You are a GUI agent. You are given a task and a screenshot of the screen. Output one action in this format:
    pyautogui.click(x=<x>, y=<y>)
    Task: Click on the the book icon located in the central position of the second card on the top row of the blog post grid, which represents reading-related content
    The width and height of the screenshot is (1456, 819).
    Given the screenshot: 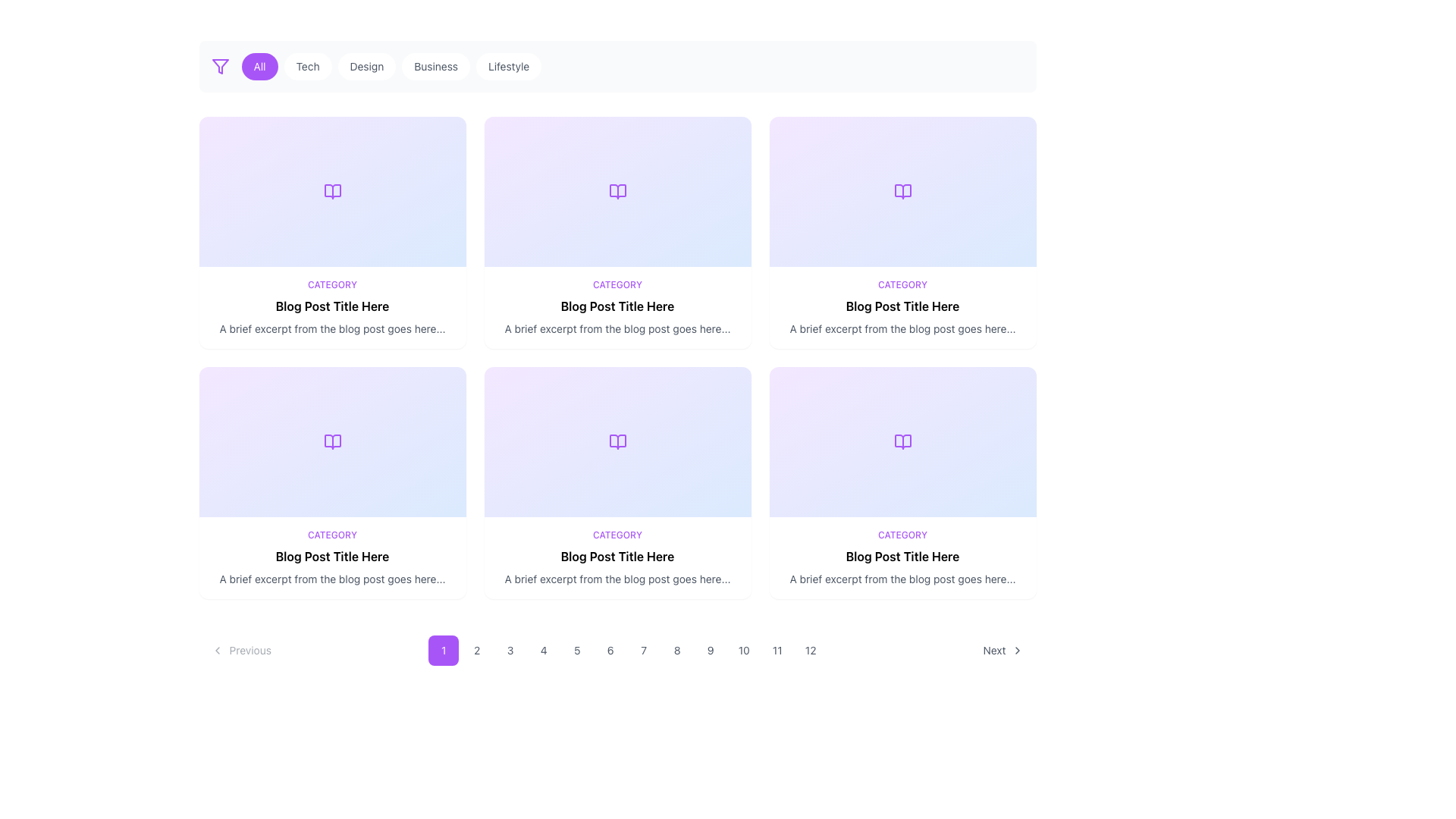 What is the action you would take?
    pyautogui.click(x=617, y=191)
    